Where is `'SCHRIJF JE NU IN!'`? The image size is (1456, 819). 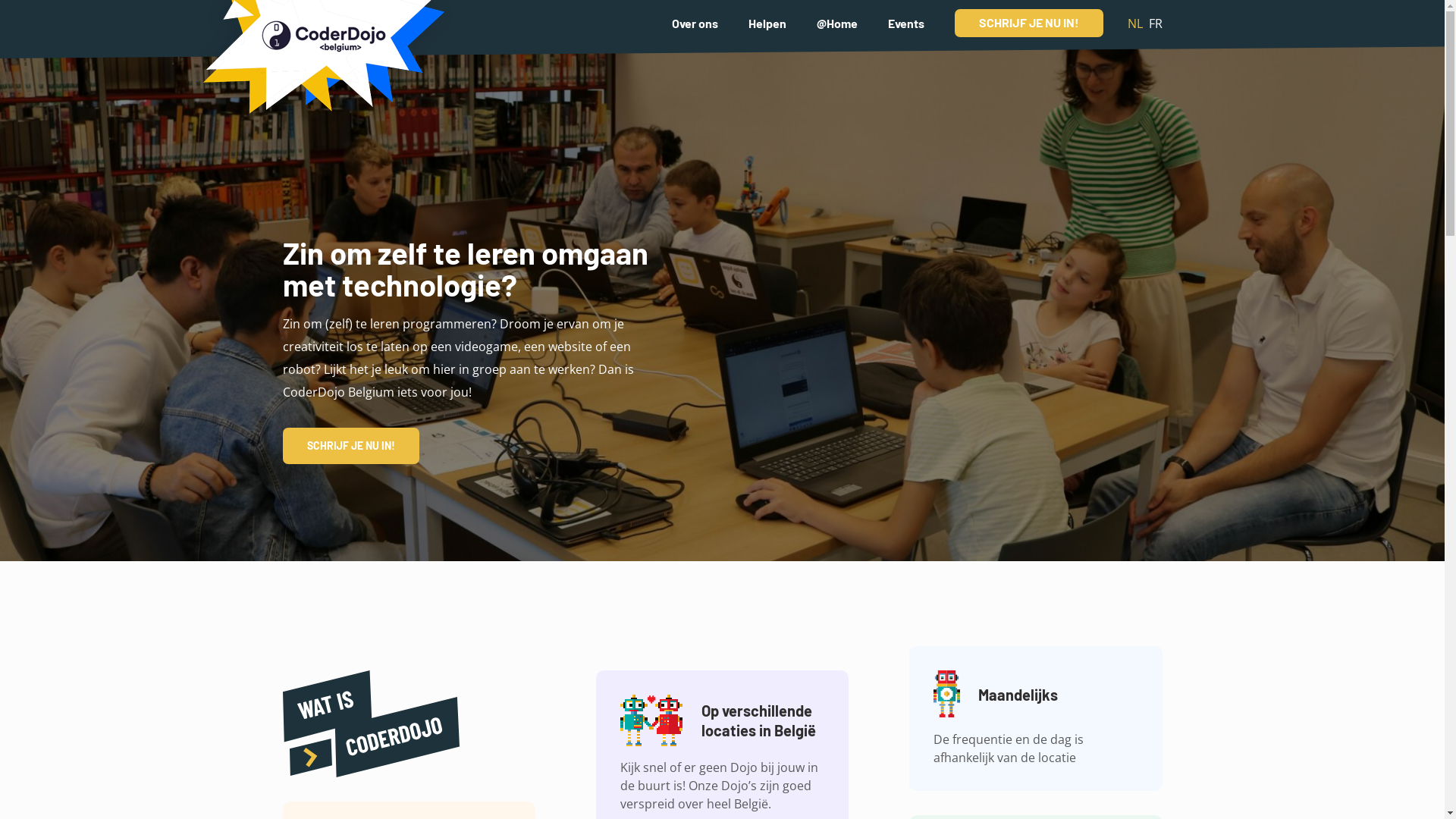 'SCHRIJF JE NU IN!' is located at coordinates (1028, 23).